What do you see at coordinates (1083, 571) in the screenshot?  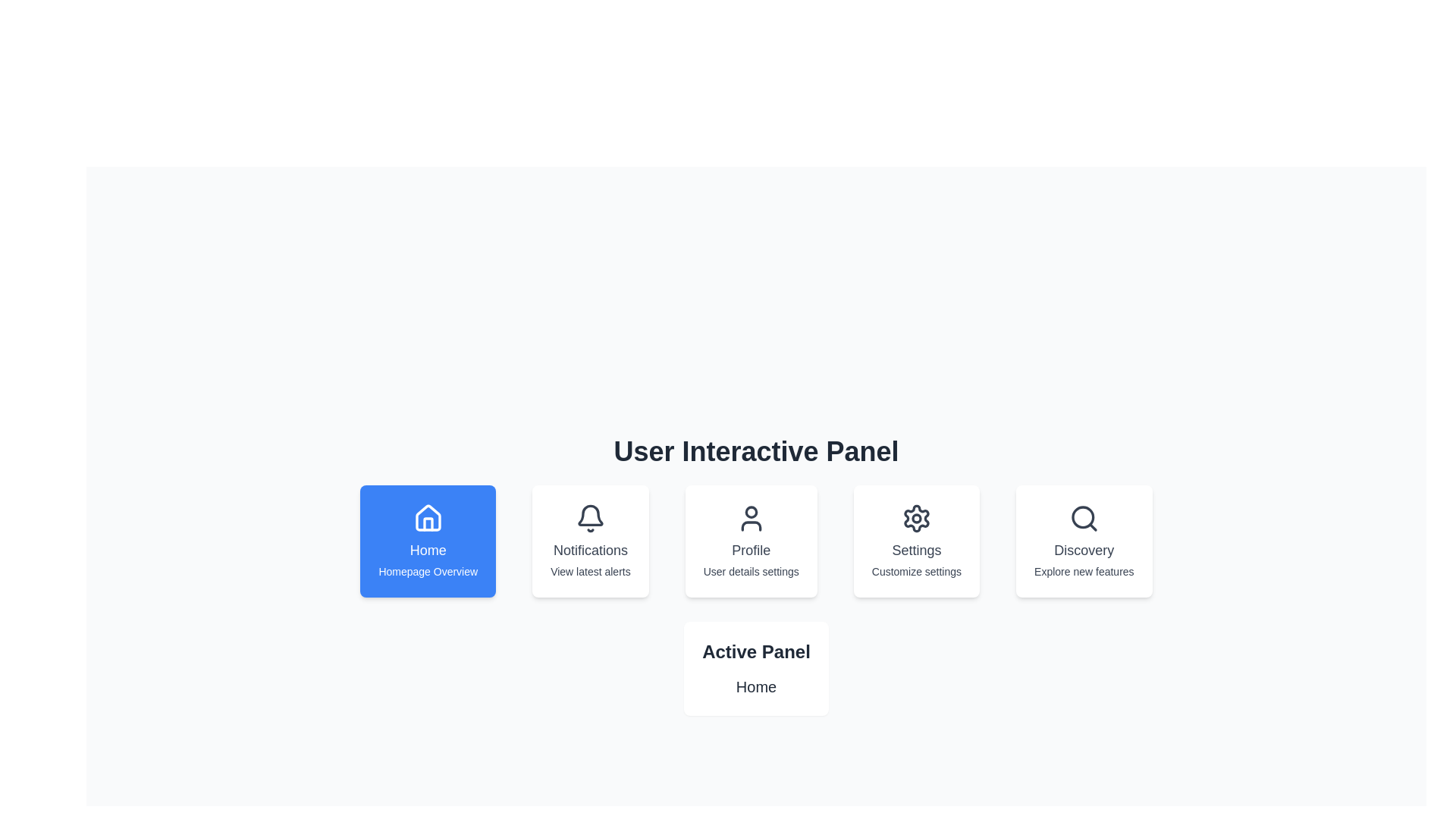 I see `text content of the text label displaying 'Explore new features', which is located below the title 'Discovery' in the card labeled 'Discovery'` at bounding box center [1083, 571].